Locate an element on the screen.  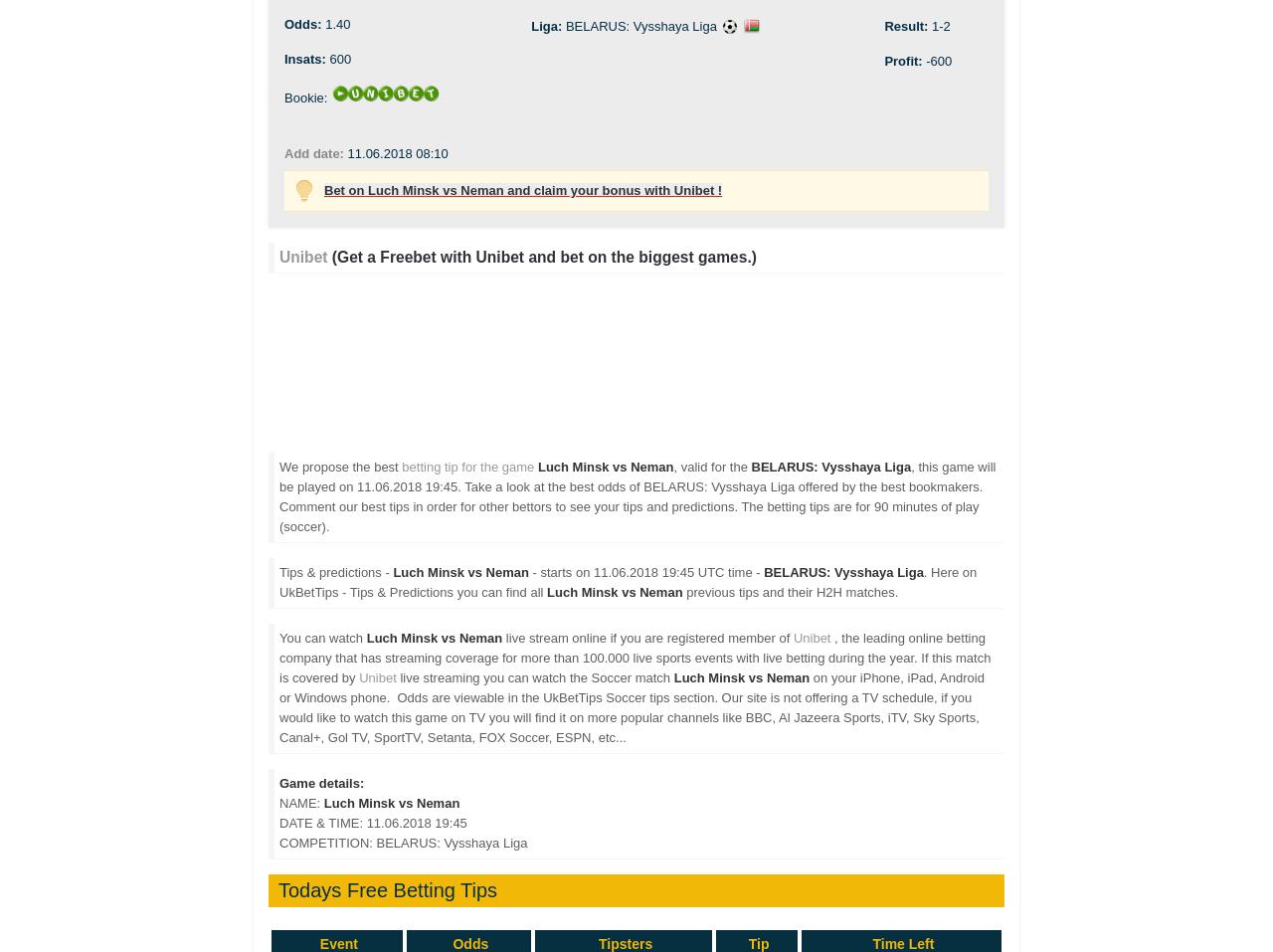
'- starts on 11.06.2018 19:45 UTC time -' is located at coordinates (645, 571).